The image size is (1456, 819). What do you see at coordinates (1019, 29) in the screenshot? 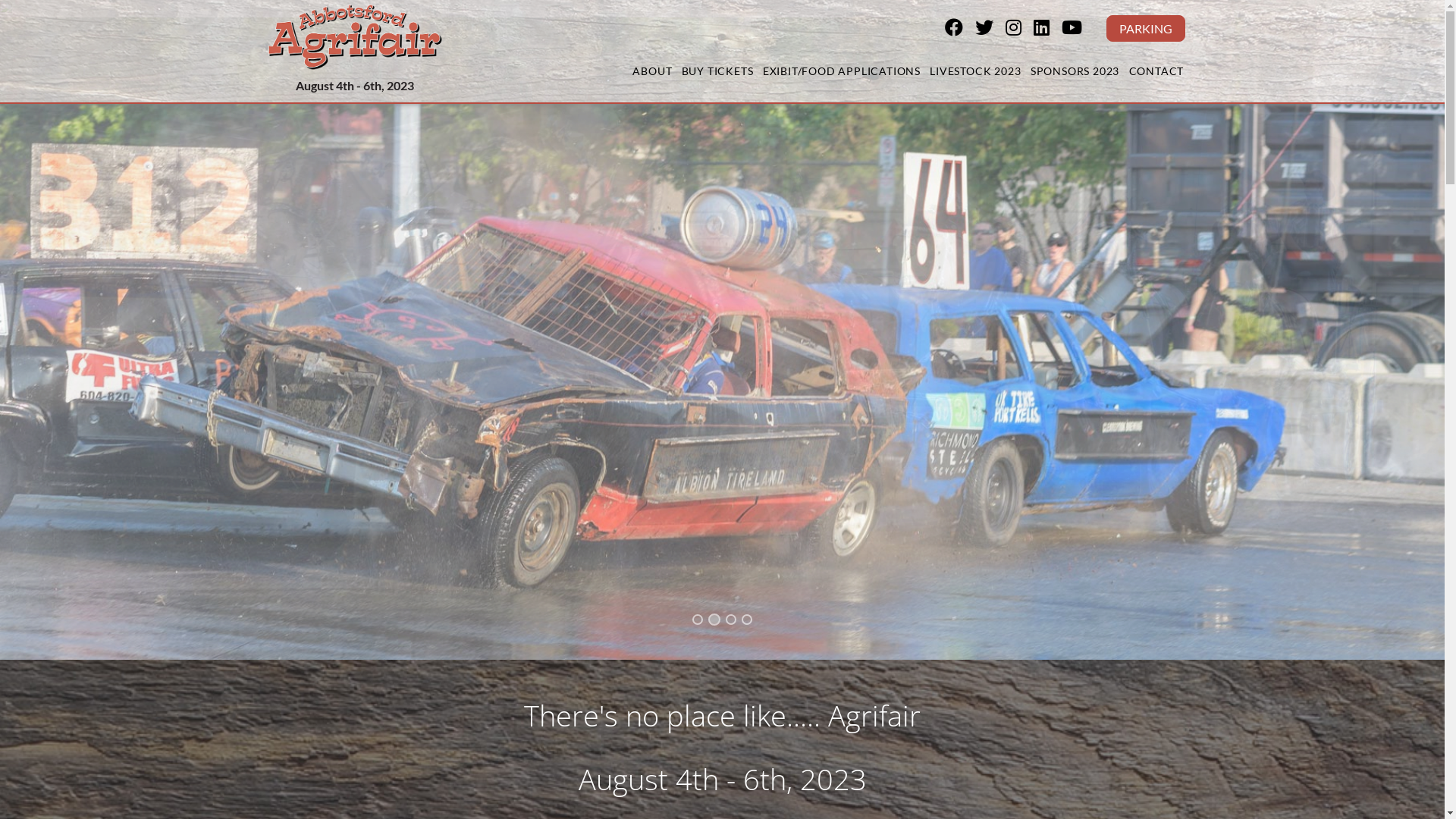
I see `'Abbotsford Agrifair @ Instagram'` at bounding box center [1019, 29].